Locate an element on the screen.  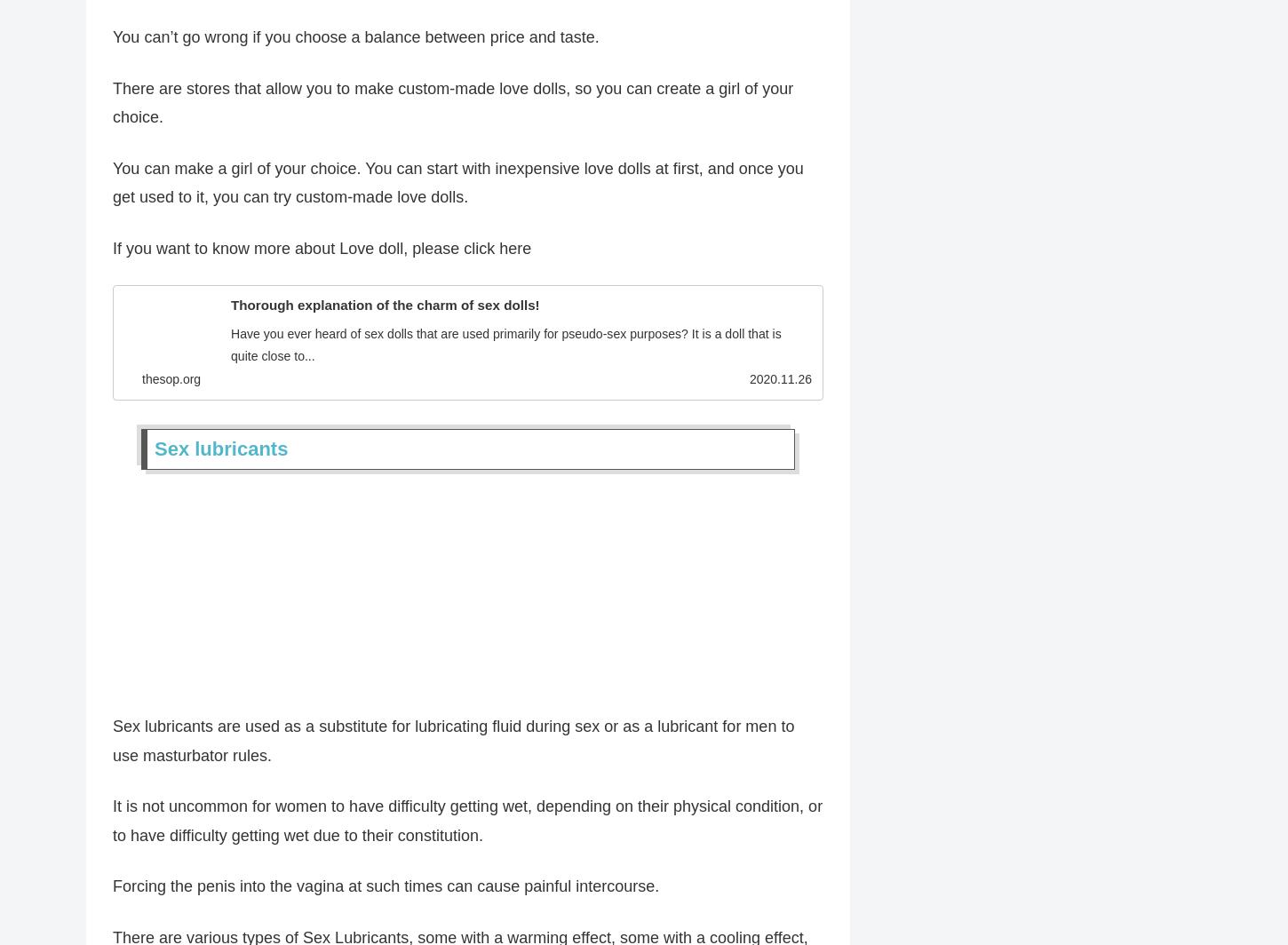
'There are stores that allow you to make custom-made love dolls, so you can create a girl of your choice.' is located at coordinates (452, 107).